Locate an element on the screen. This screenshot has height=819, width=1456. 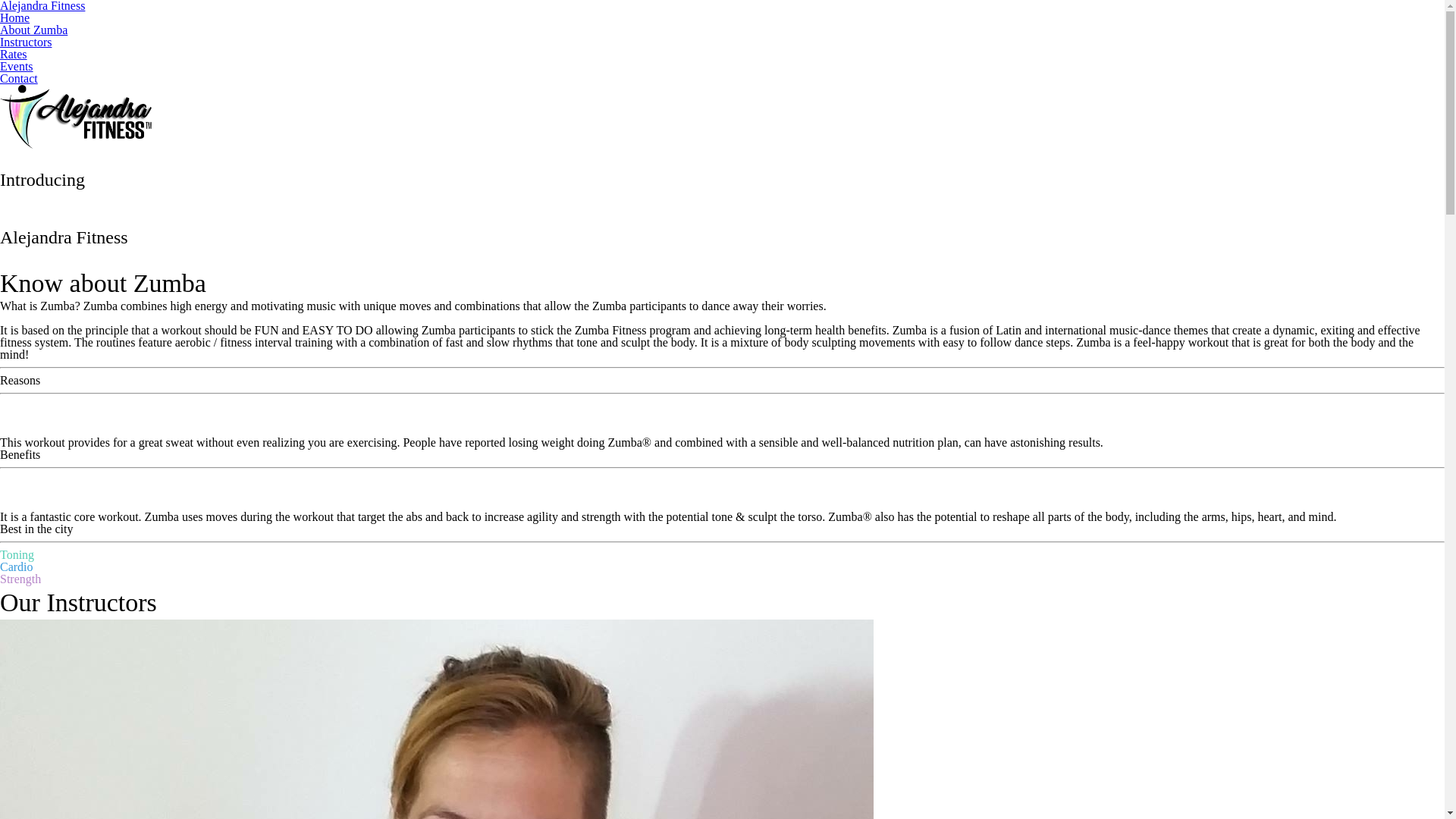
'About Zumba' is located at coordinates (33, 30).